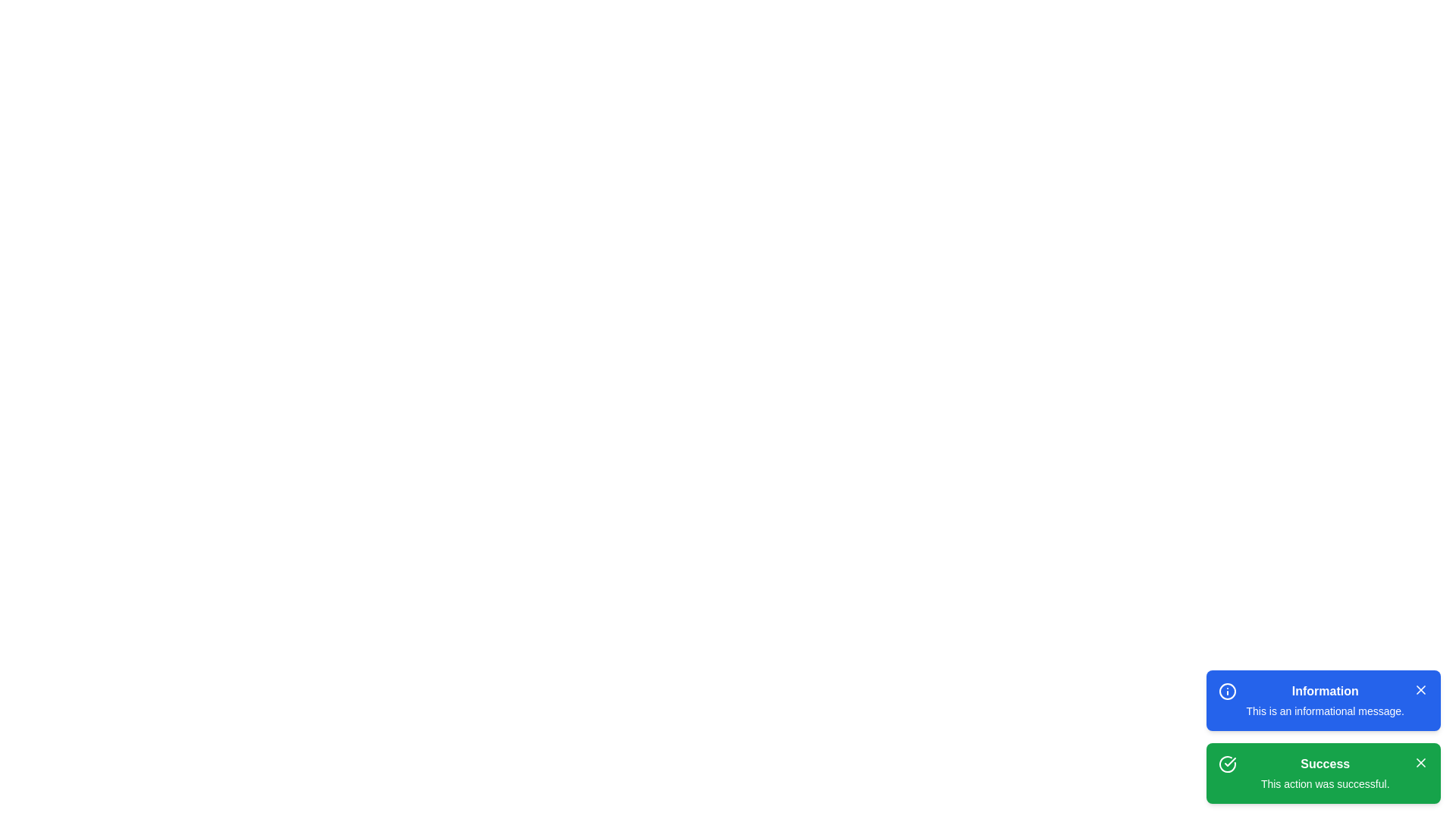 The image size is (1456, 819). Describe the element at coordinates (1228, 764) in the screenshot. I see `the visual feedback of the circular success icon with a checkmark inside, located at the bottom-right of the interface, to the left of the 'Success' label` at that location.